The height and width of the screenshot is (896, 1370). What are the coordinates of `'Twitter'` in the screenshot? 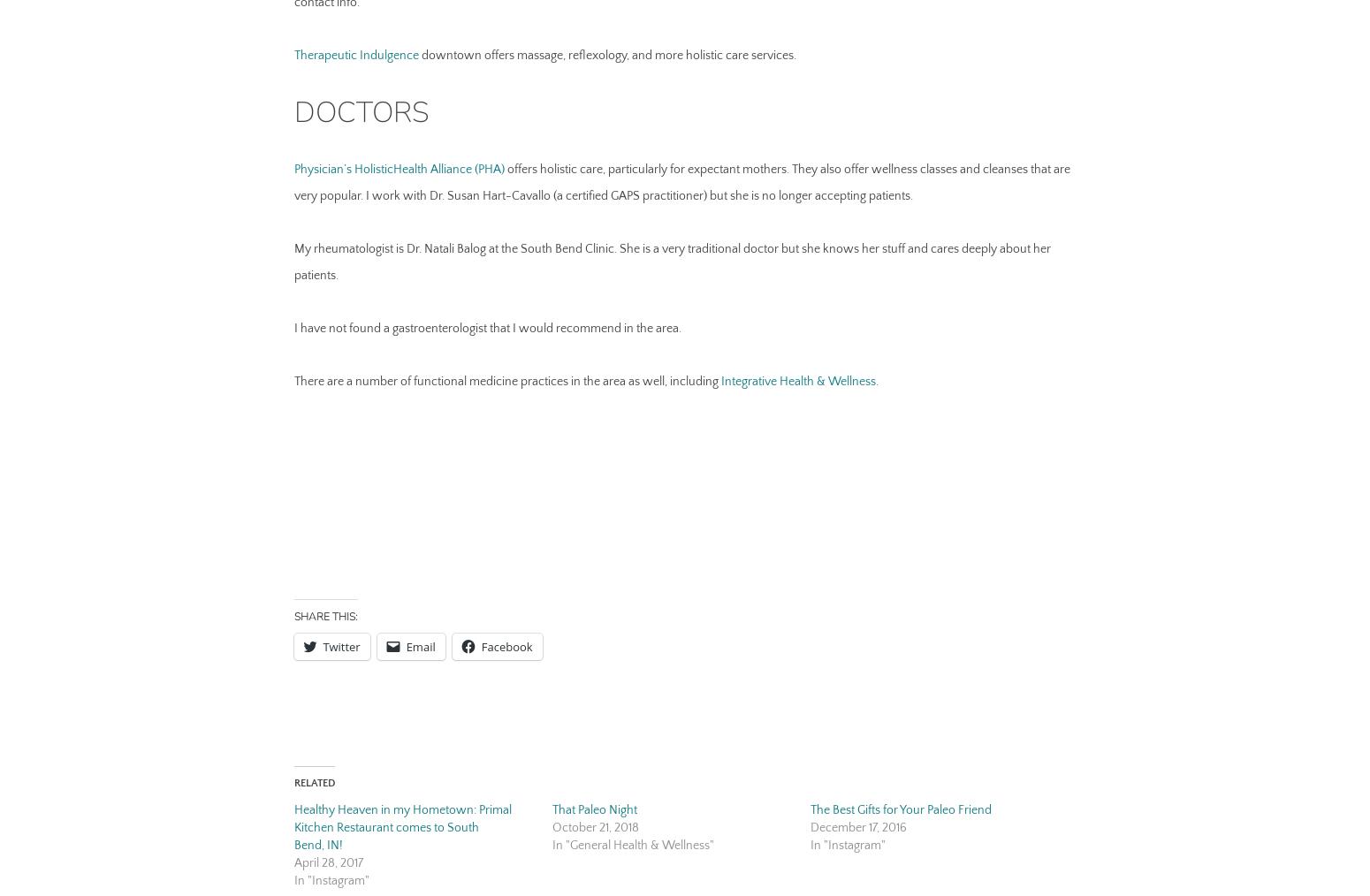 It's located at (339, 646).